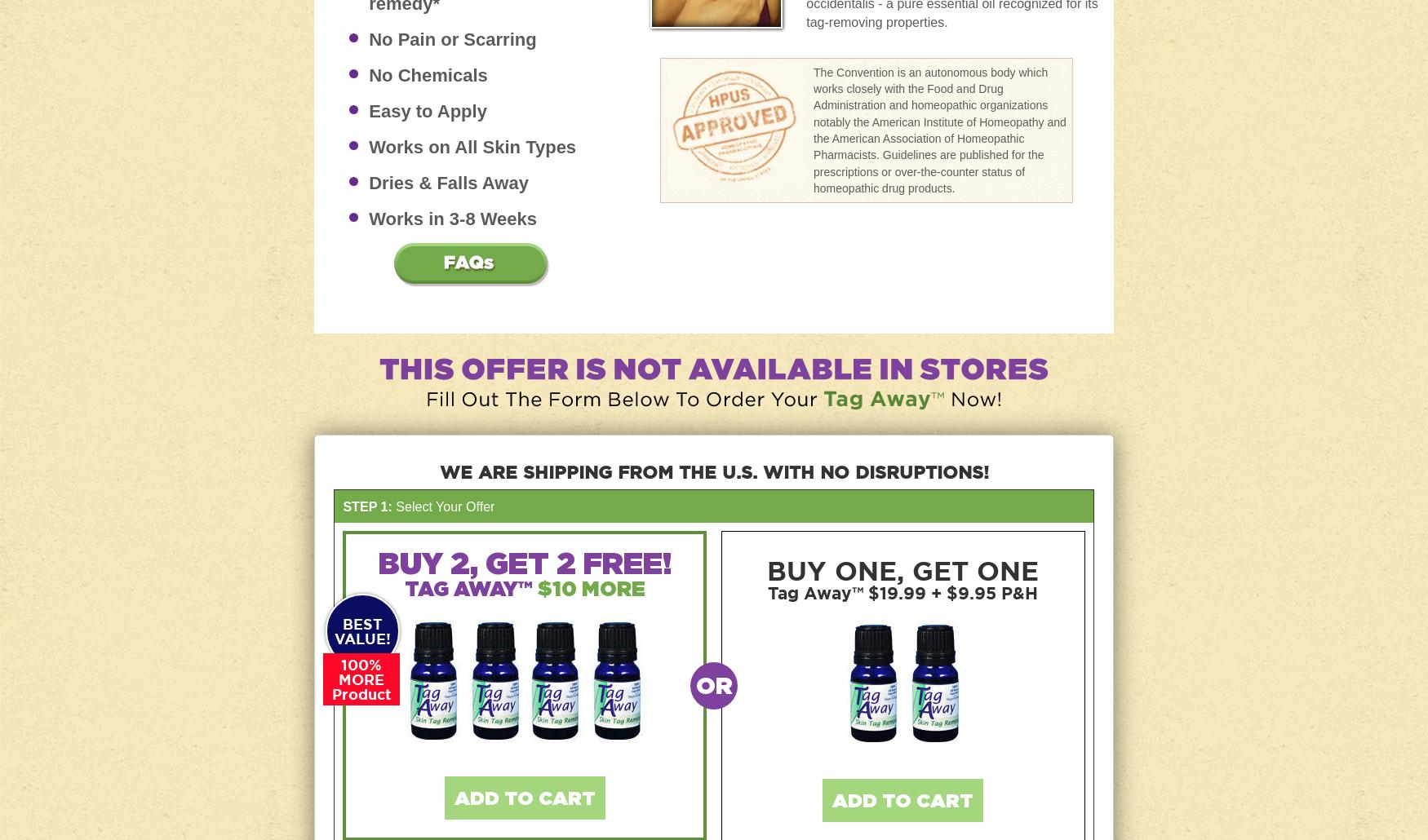 Image resolution: width=1428 pixels, height=840 pixels. What do you see at coordinates (767, 593) in the screenshot?
I see `'Tag Away™ $19.99 + $9.95 P&H'` at bounding box center [767, 593].